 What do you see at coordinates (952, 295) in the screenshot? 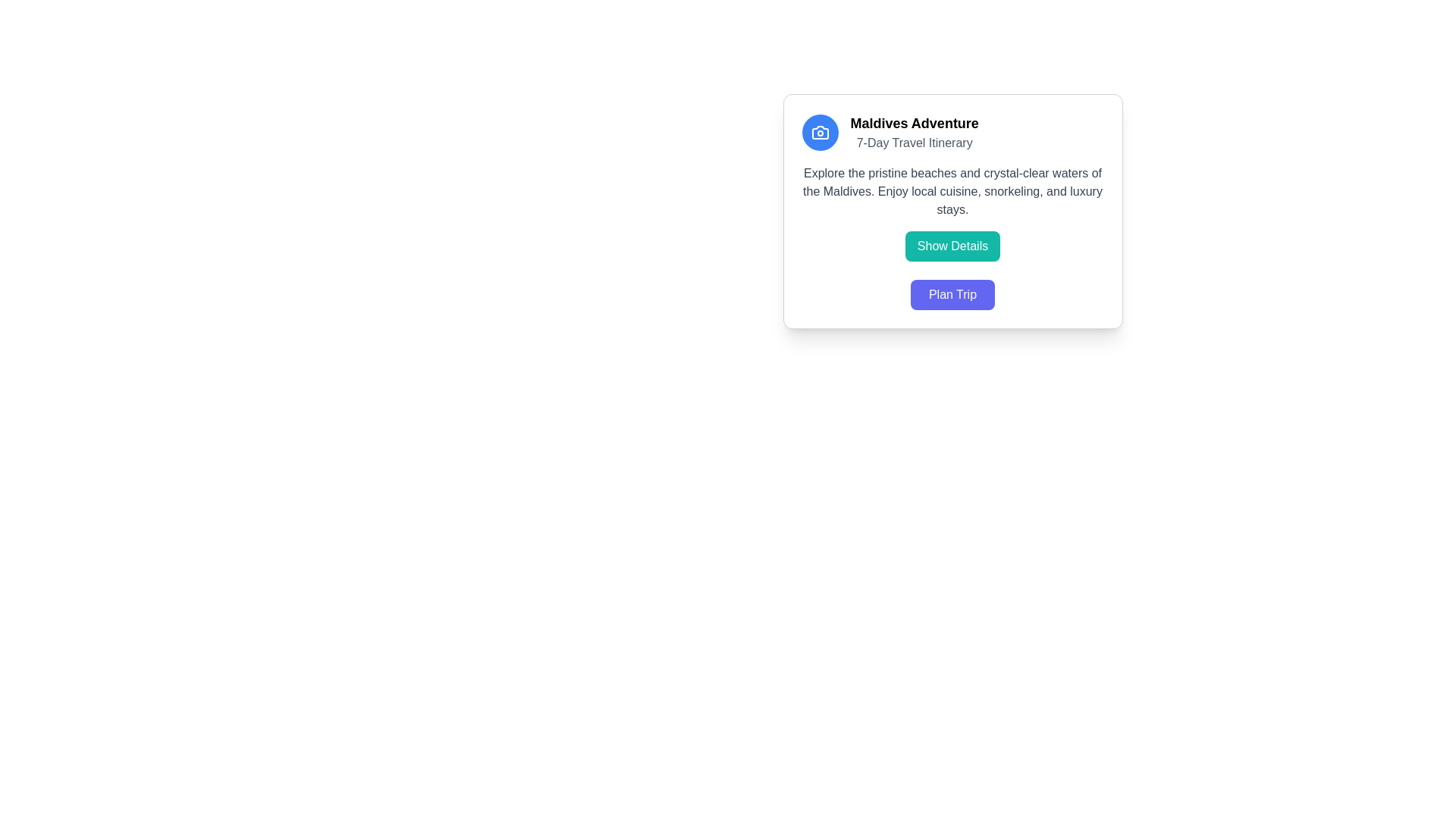
I see `the 'Plan Trip' button, which is a rectangular button with rounded corners, purple background, and white text, located at the bottom of the travel itinerary card titled 'Maldives Adventure'` at bounding box center [952, 295].